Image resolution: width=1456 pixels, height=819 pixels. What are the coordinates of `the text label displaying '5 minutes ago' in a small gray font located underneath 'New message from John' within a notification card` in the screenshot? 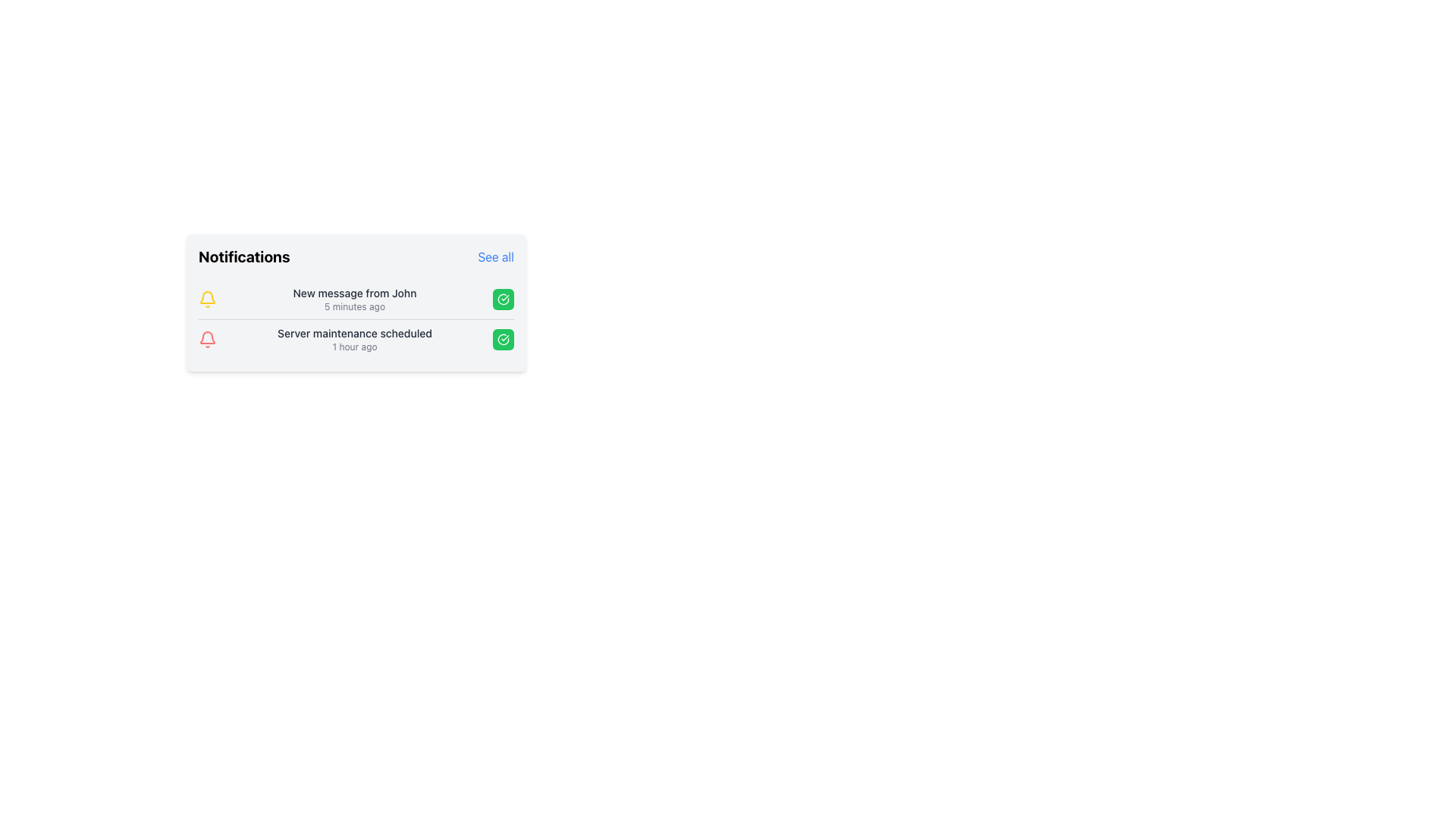 It's located at (353, 307).